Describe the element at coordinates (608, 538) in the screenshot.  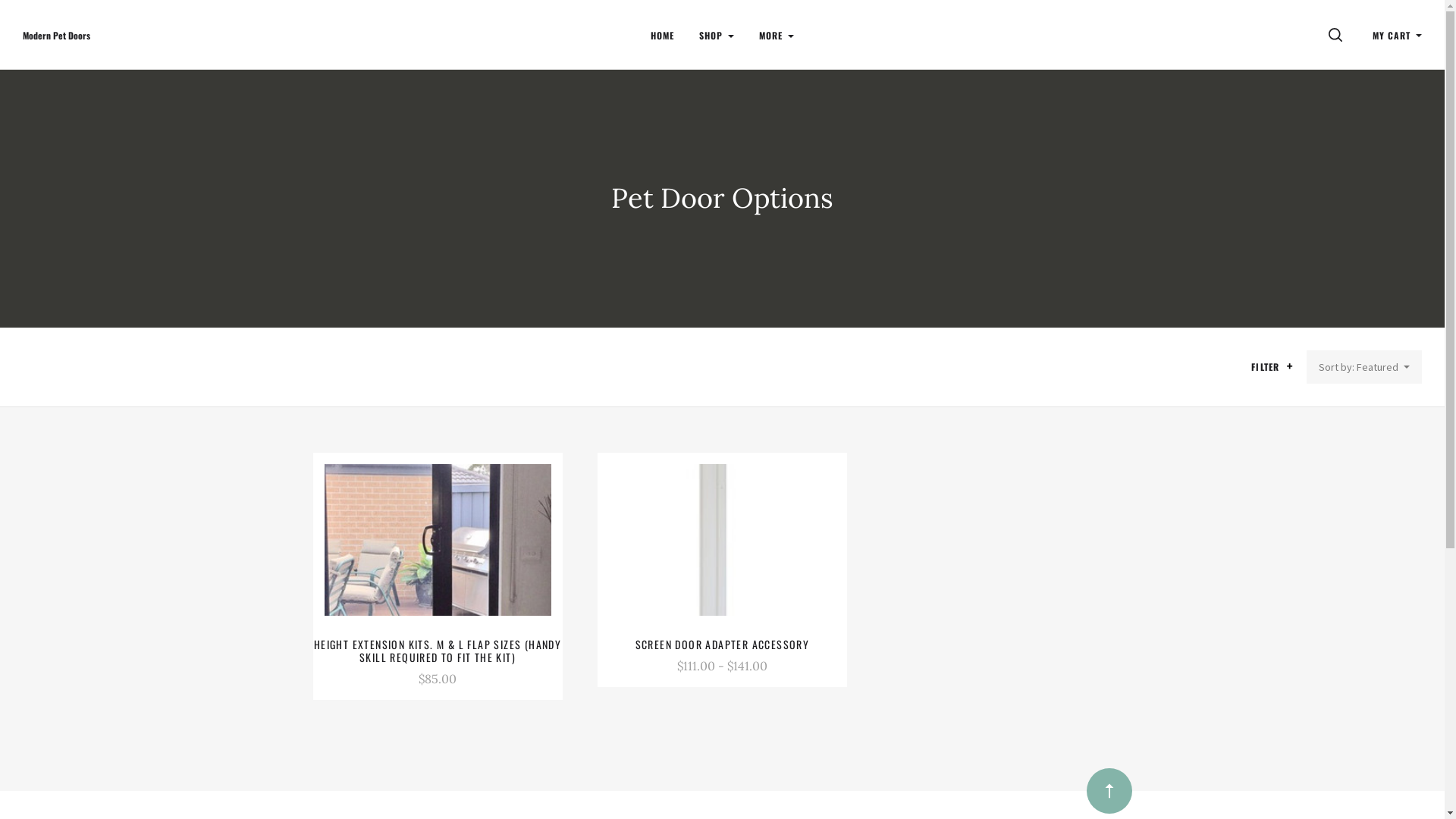
I see `'Screen Door Adapter Accessory'` at that location.